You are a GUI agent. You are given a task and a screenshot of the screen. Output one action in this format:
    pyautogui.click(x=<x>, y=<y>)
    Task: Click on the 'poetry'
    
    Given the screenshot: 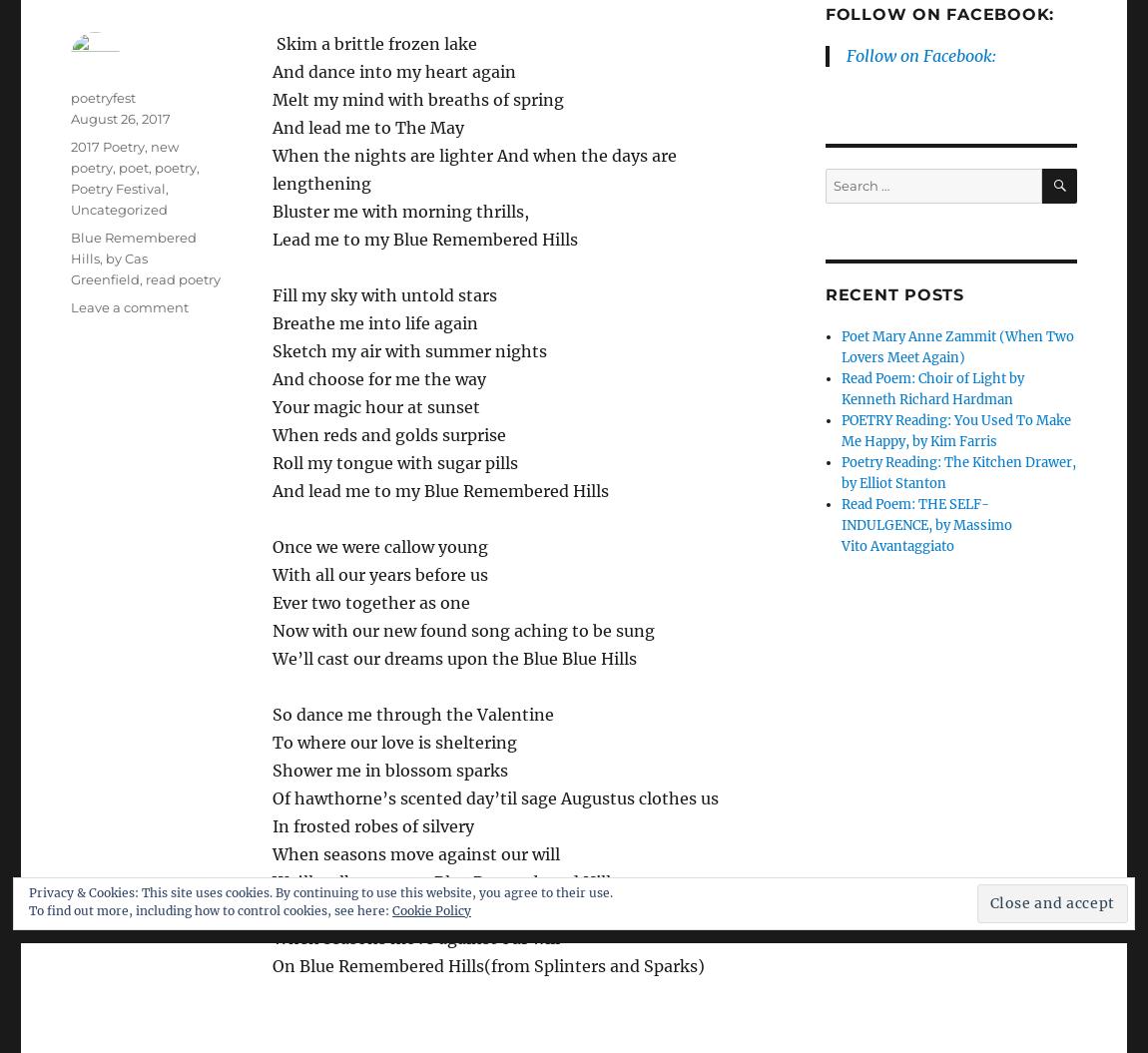 What is the action you would take?
    pyautogui.click(x=174, y=167)
    